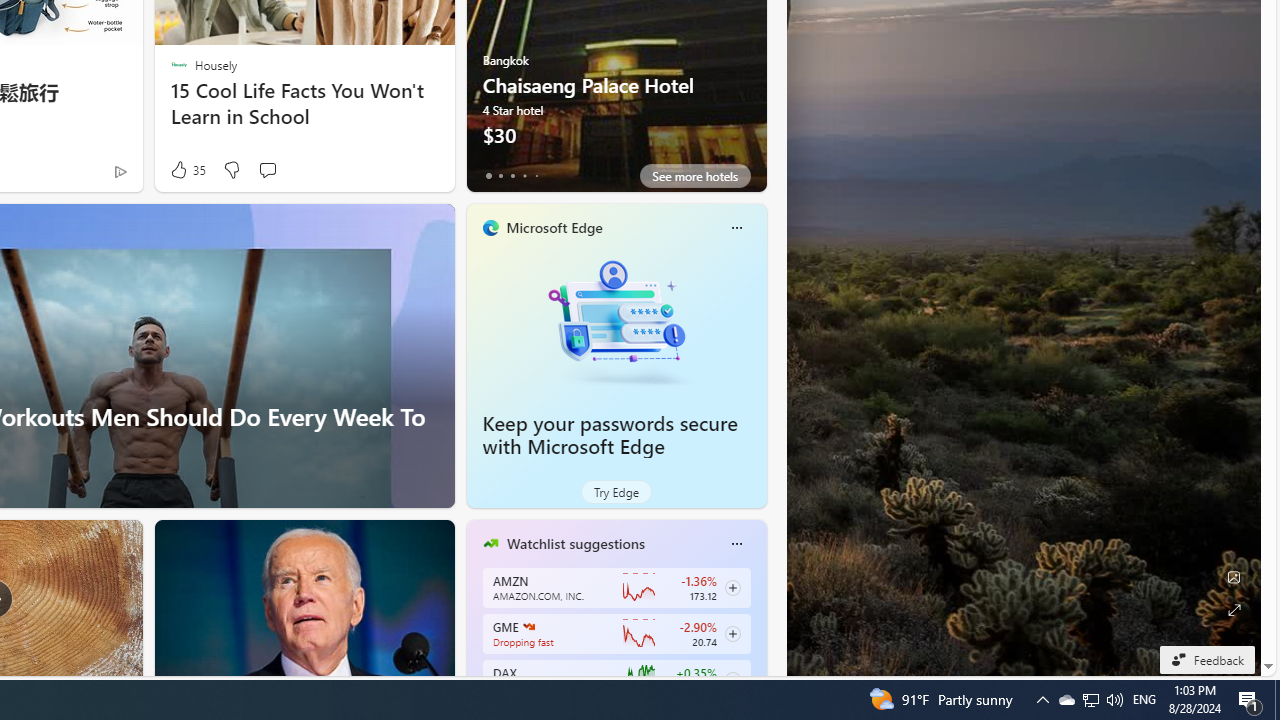 This screenshot has height=720, width=1280. I want to click on '35 Like', so click(186, 169).